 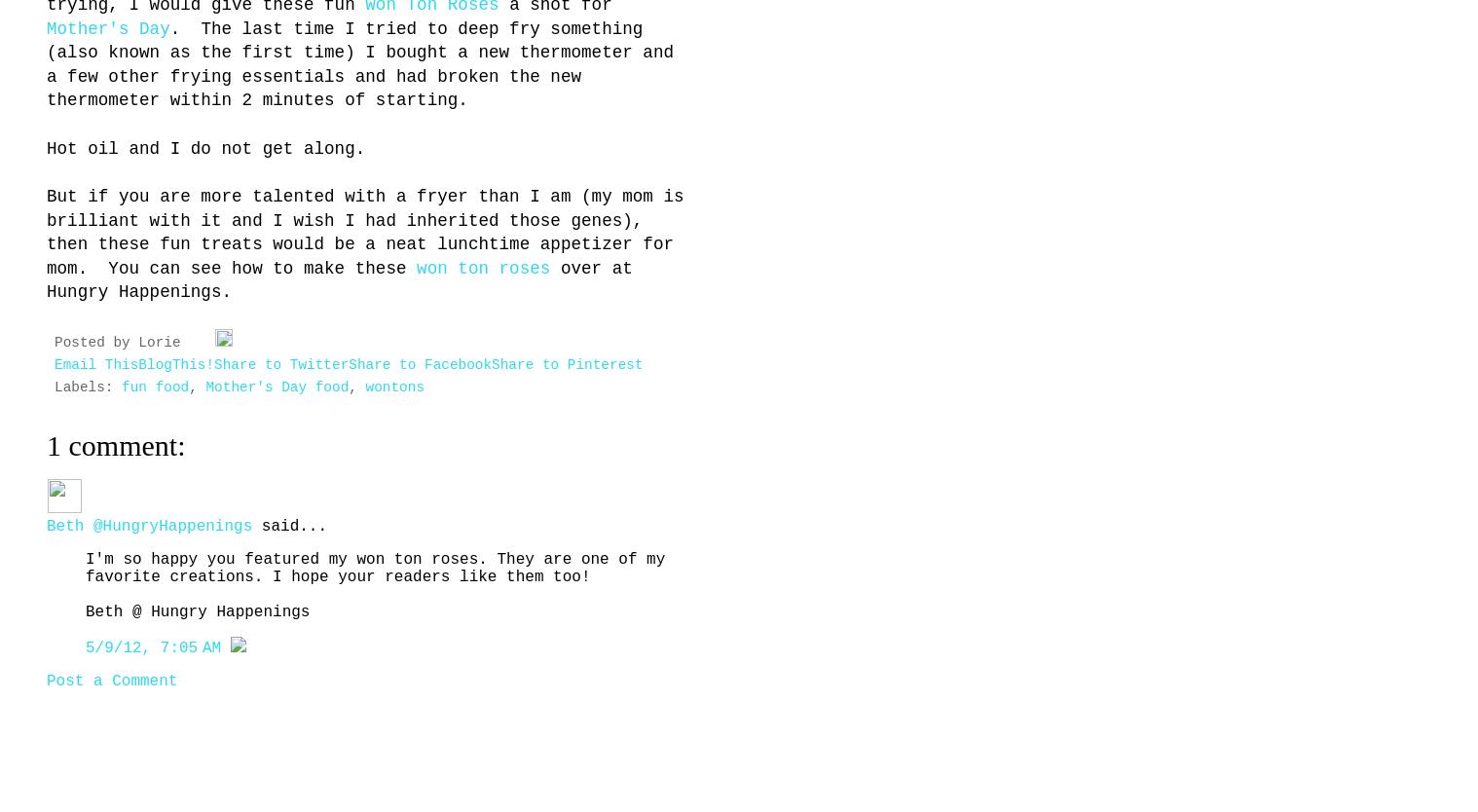 I want to click on '1 comment:', so click(x=115, y=445).